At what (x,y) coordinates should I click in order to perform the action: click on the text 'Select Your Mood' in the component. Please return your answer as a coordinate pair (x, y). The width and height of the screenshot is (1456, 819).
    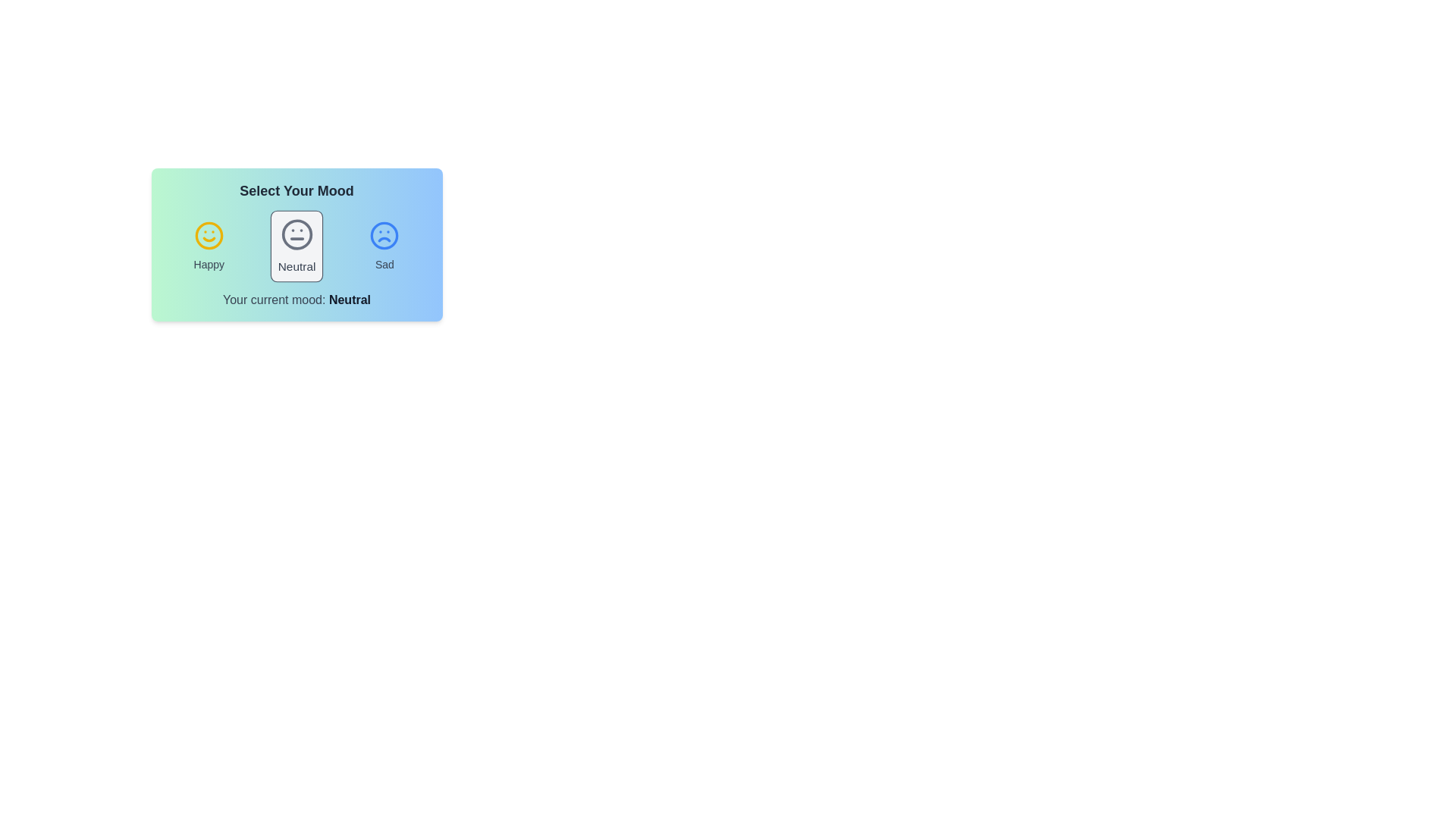
    Looking at the image, I should click on (297, 190).